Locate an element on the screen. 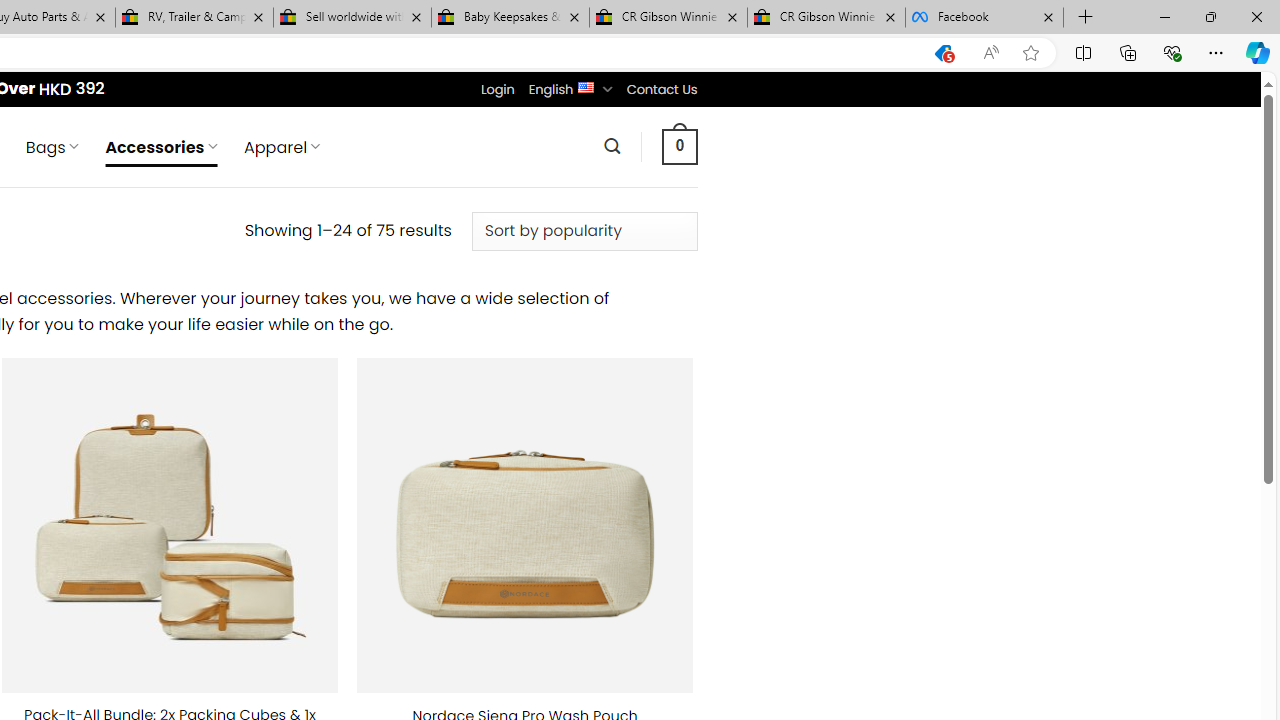 The height and width of the screenshot is (720, 1280). 'Facebook' is located at coordinates (984, 17).